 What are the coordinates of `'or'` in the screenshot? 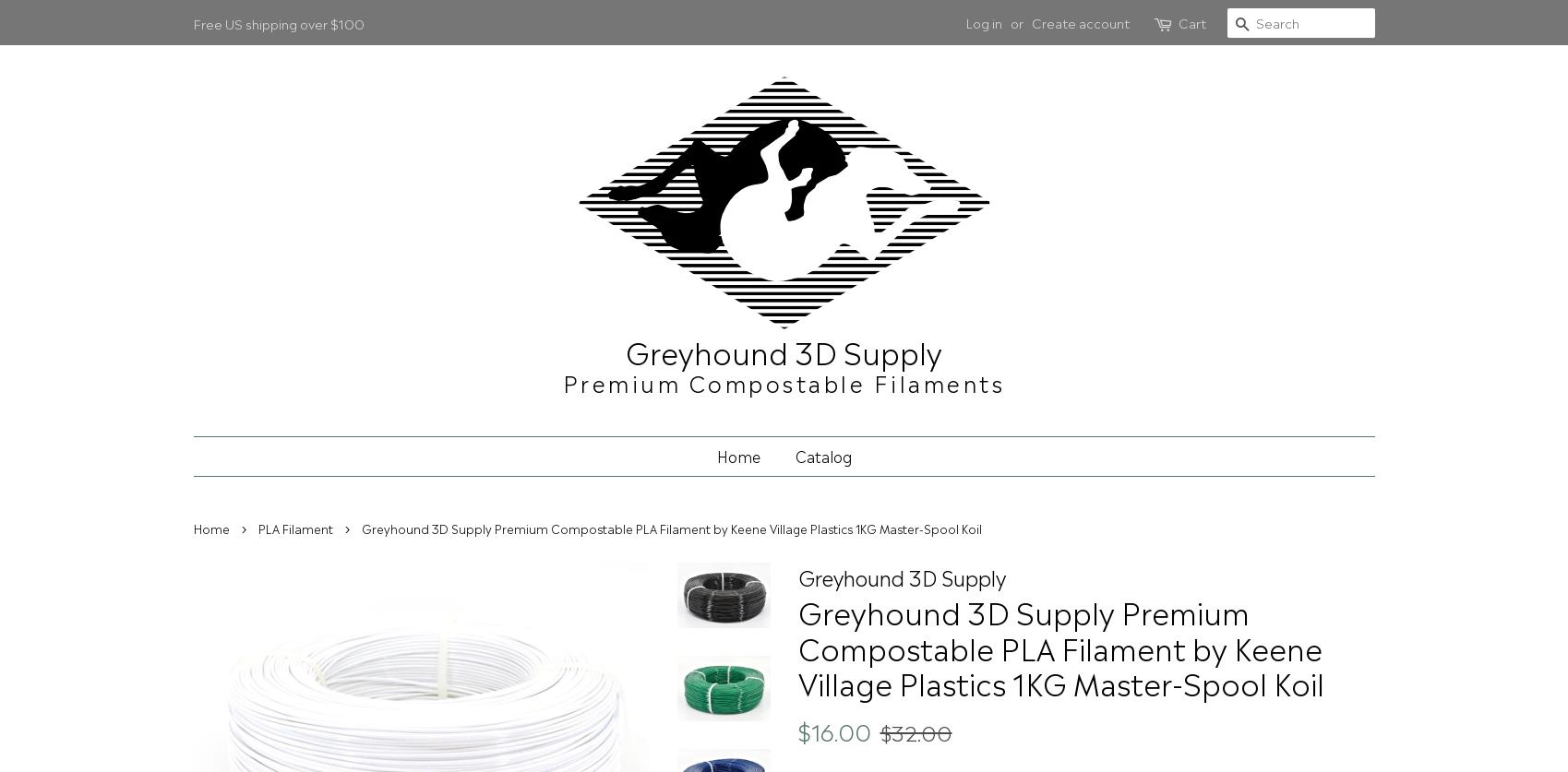 It's located at (1014, 21).